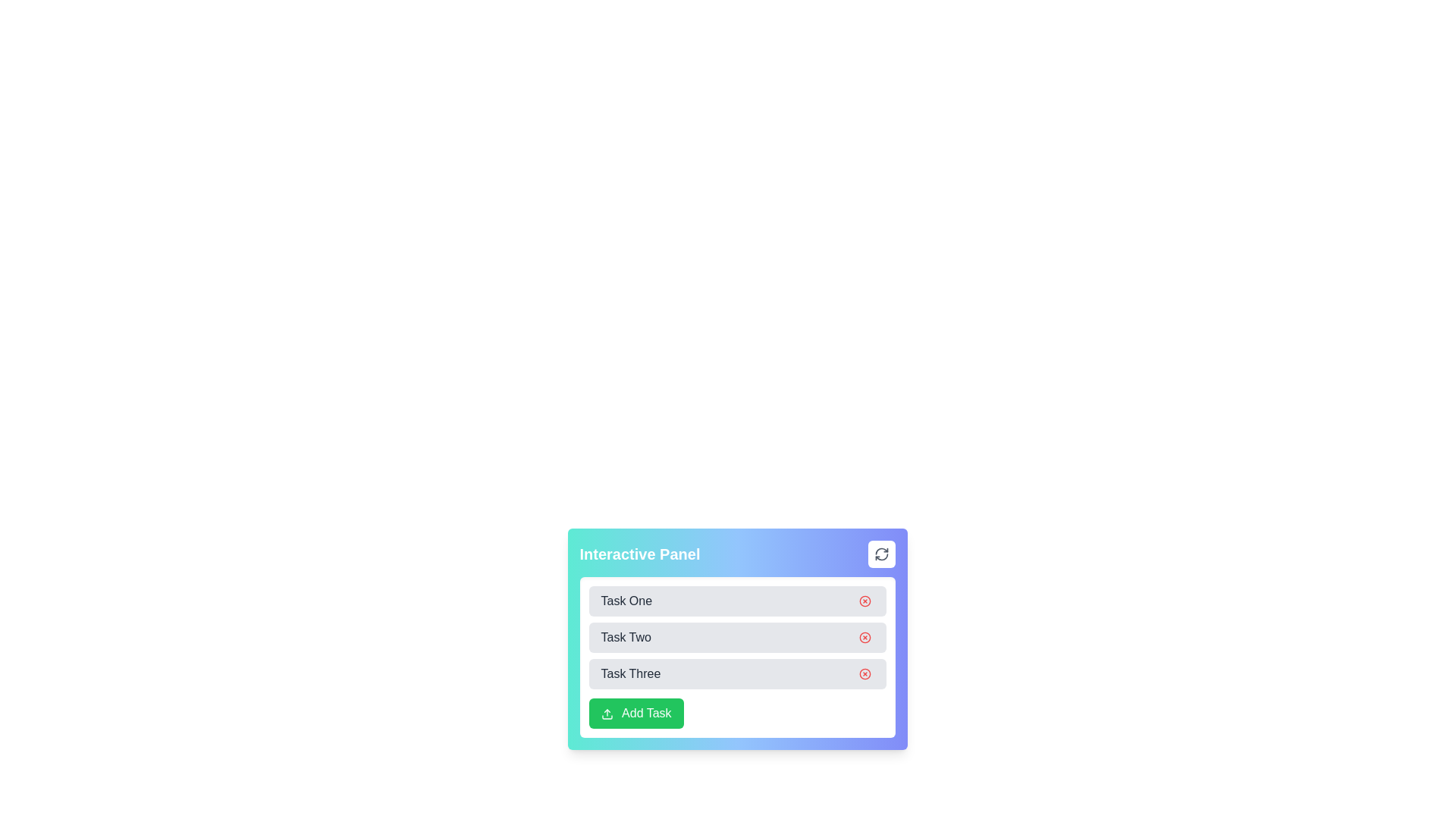 The height and width of the screenshot is (819, 1456). Describe the element at coordinates (864, 601) in the screenshot. I see `the deletion icon button for 'Task One' in the 'Interactive Panel'` at that location.